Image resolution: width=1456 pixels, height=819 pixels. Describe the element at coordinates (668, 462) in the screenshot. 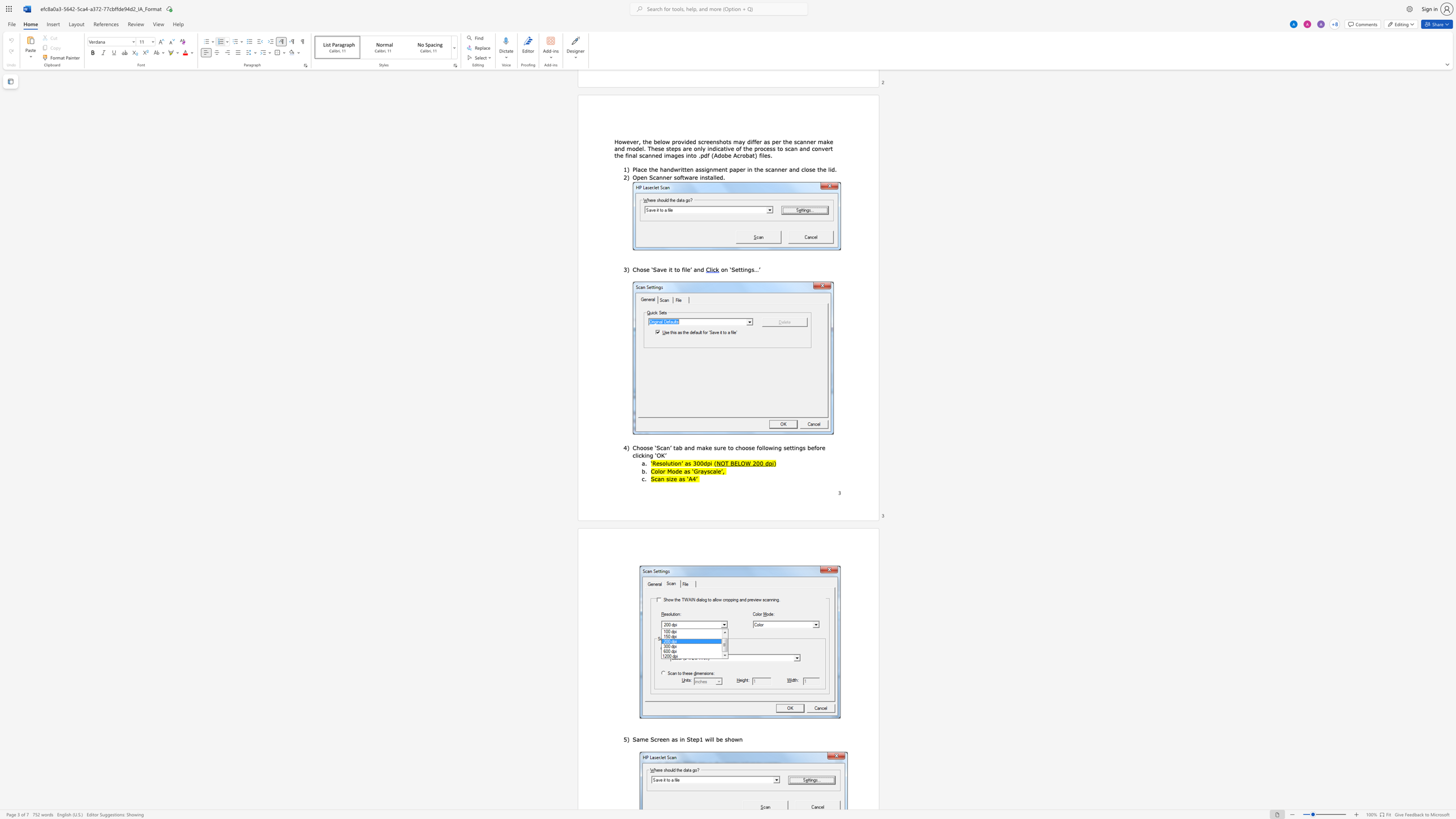

I see `the space between the continuous character "l" and "u" in the text` at that location.